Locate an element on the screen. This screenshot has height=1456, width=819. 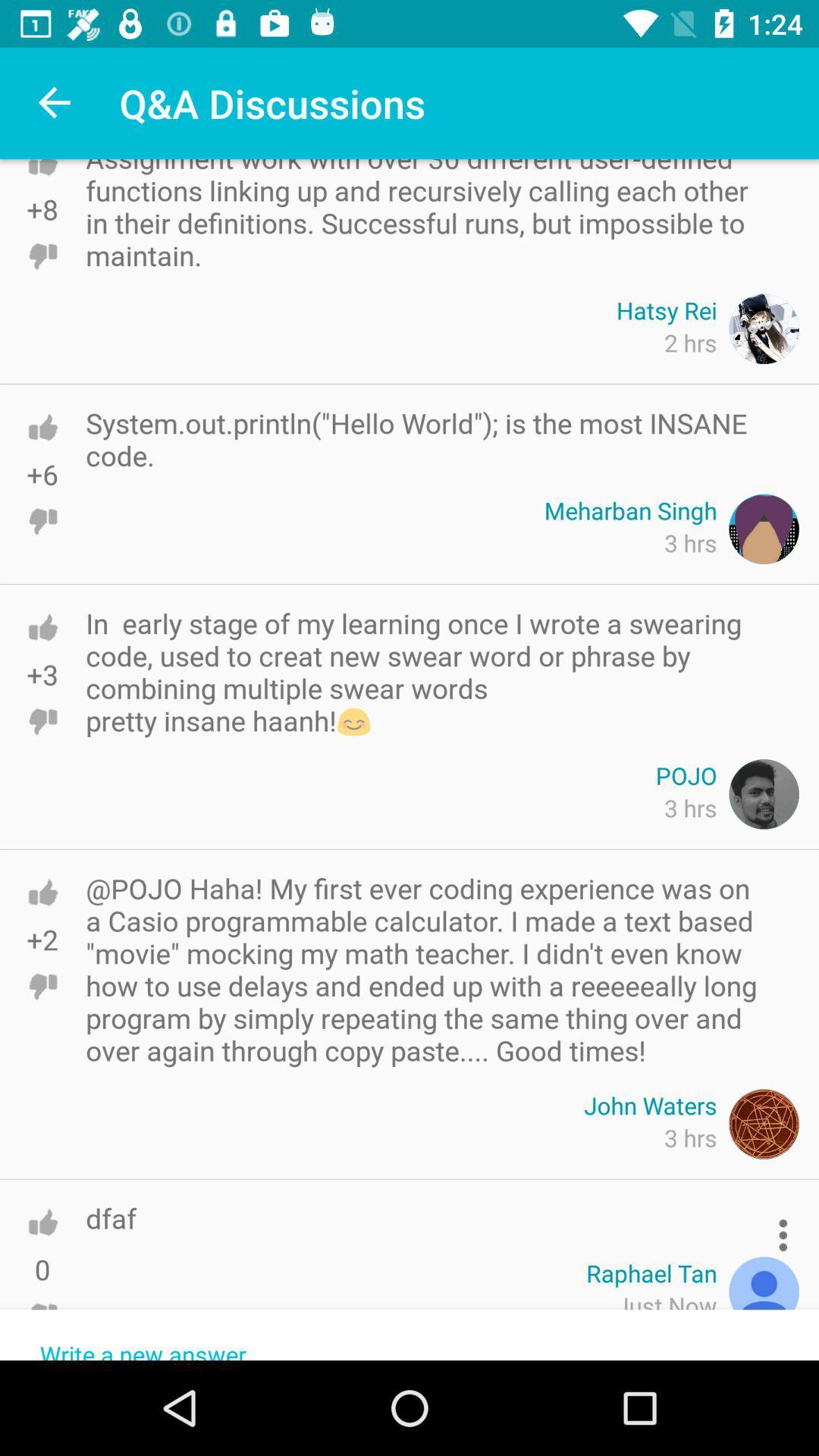
like the program is located at coordinates (42, 893).